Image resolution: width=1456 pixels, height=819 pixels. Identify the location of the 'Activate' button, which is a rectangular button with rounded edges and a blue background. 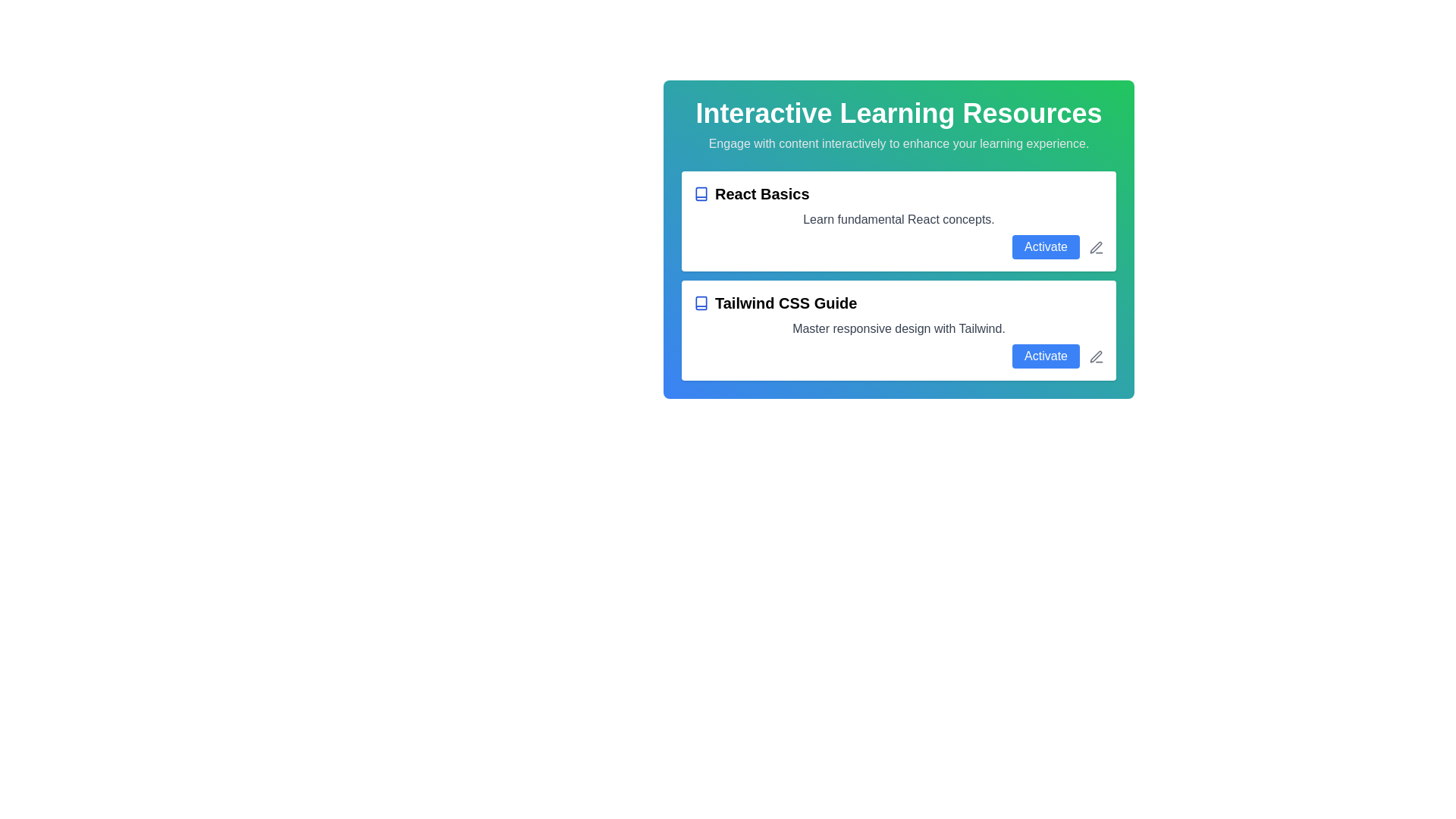
(1045, 356).